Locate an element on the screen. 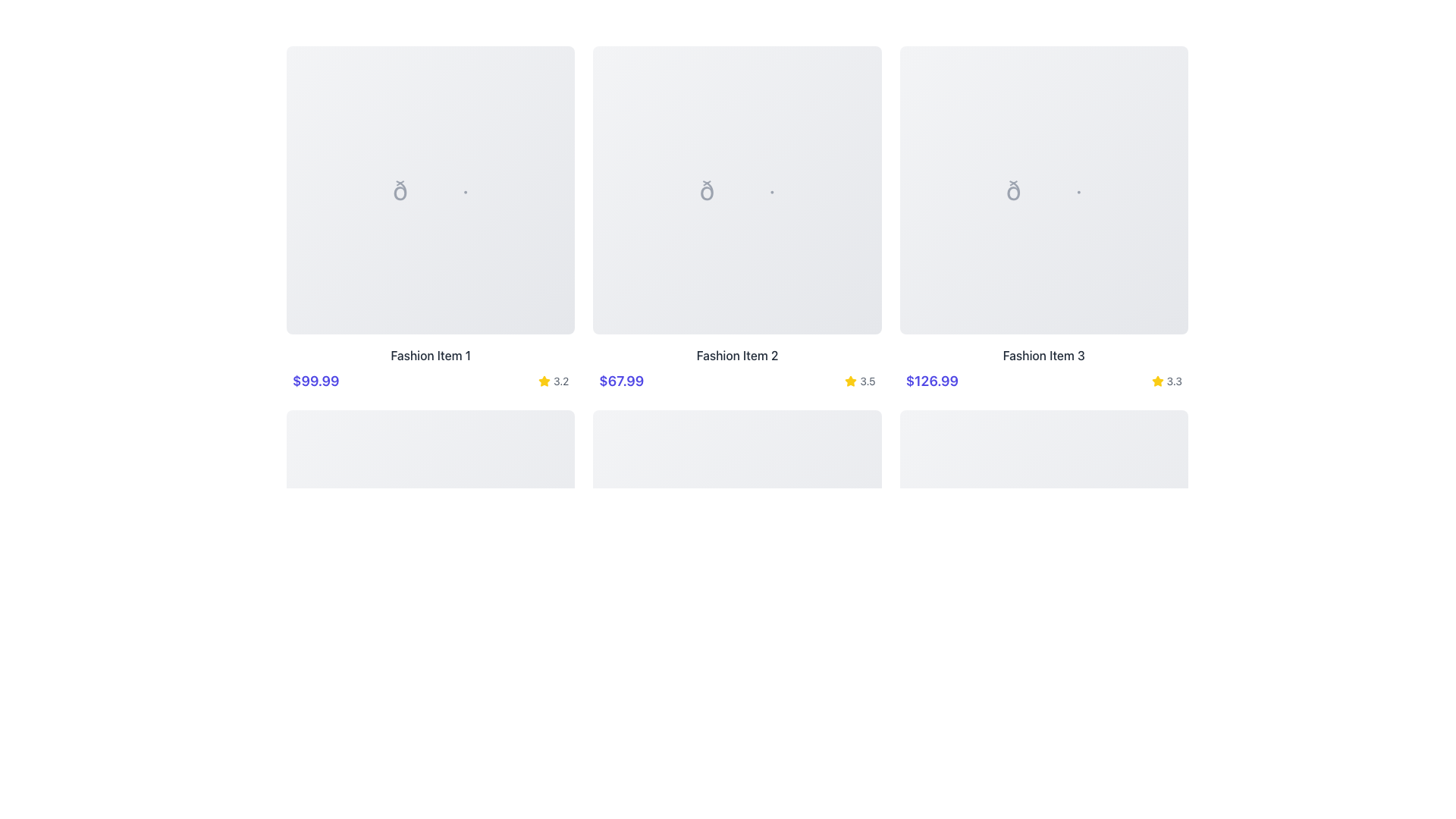  the text element that displays 'Fashion Item 1', which is centrally positioned under the corresponding image and above the price and rating elements is located at coordinates (430, 356).